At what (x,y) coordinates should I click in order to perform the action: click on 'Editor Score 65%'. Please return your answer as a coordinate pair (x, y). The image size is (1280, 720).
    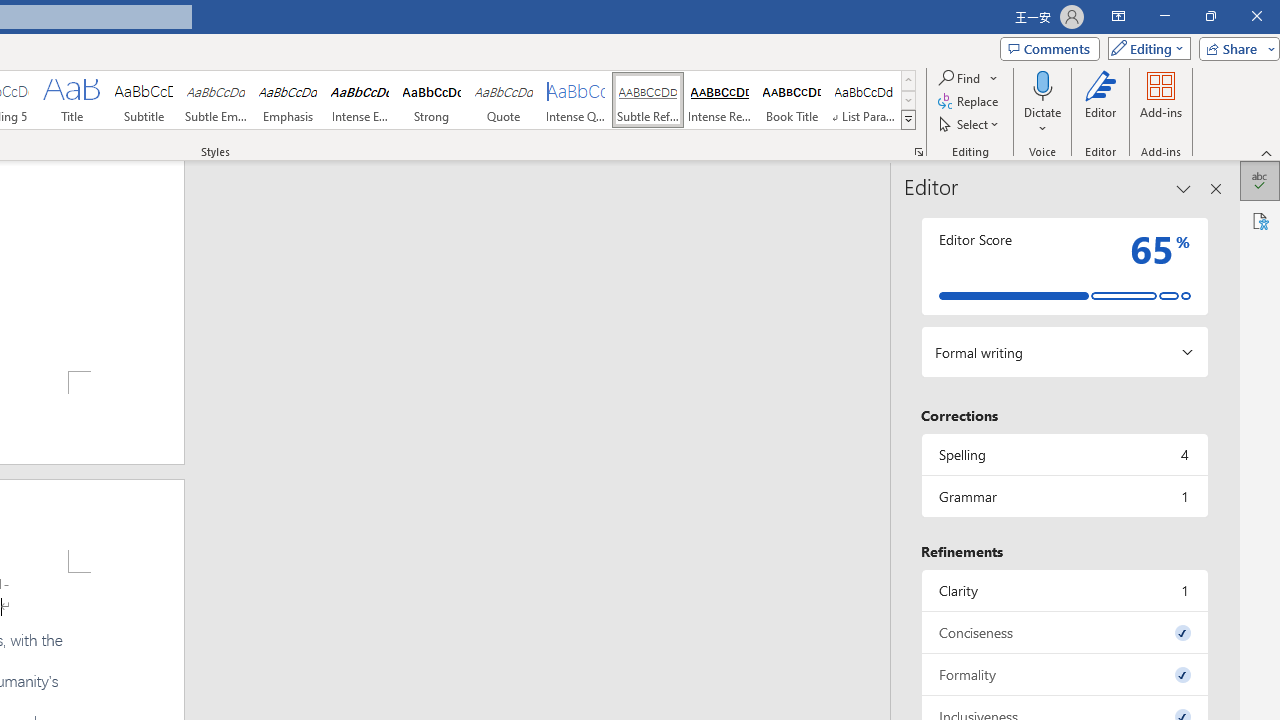
    Looking at the image, I should click on (1063, 265).